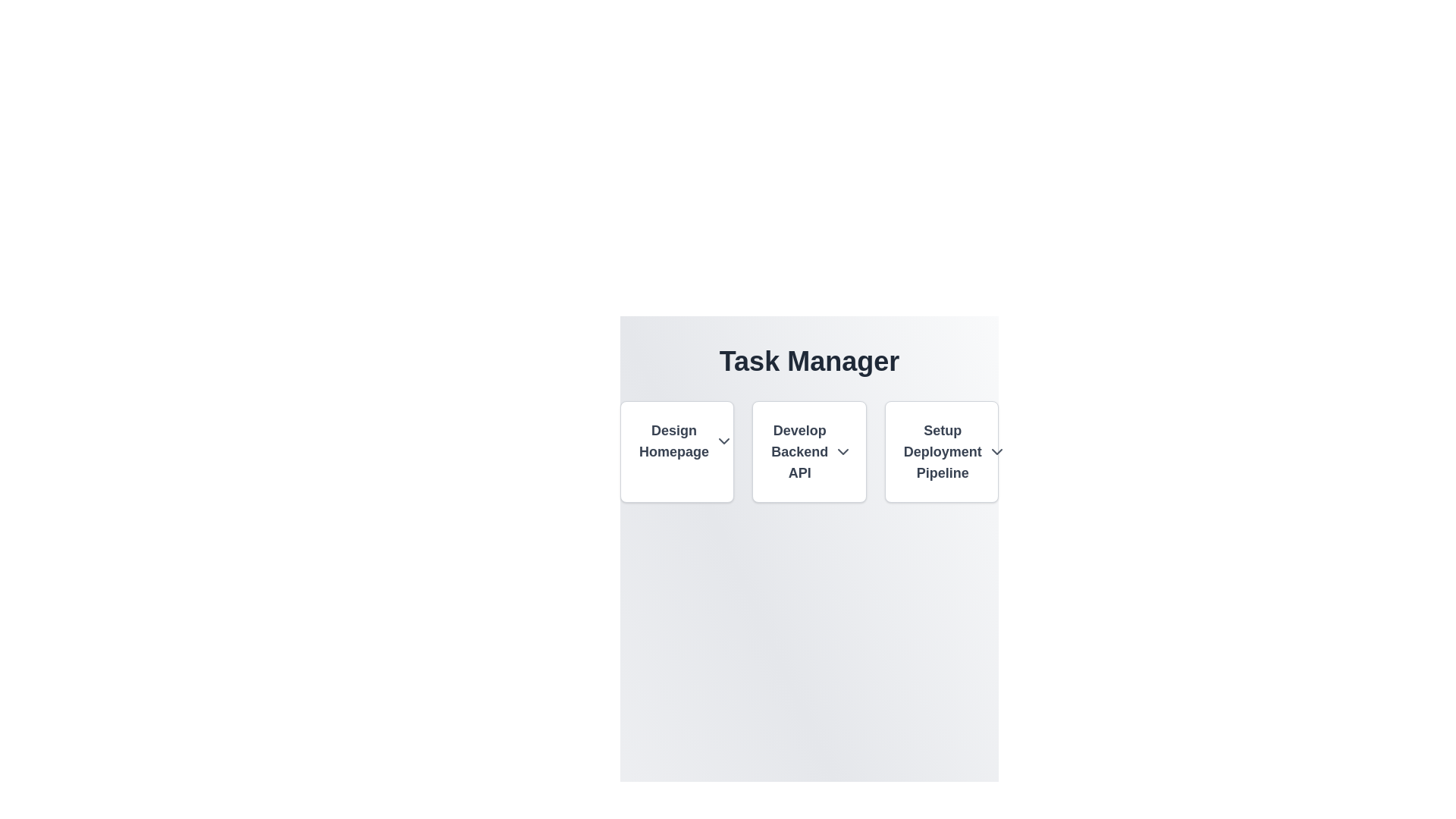  What do you see at coordinates (942, 451) in the screenshot?
I see `text content of the bold label stating 'Setup Deployment Pipeline' which is located on the right side of a list of cards` at bounding box center [942, 451].